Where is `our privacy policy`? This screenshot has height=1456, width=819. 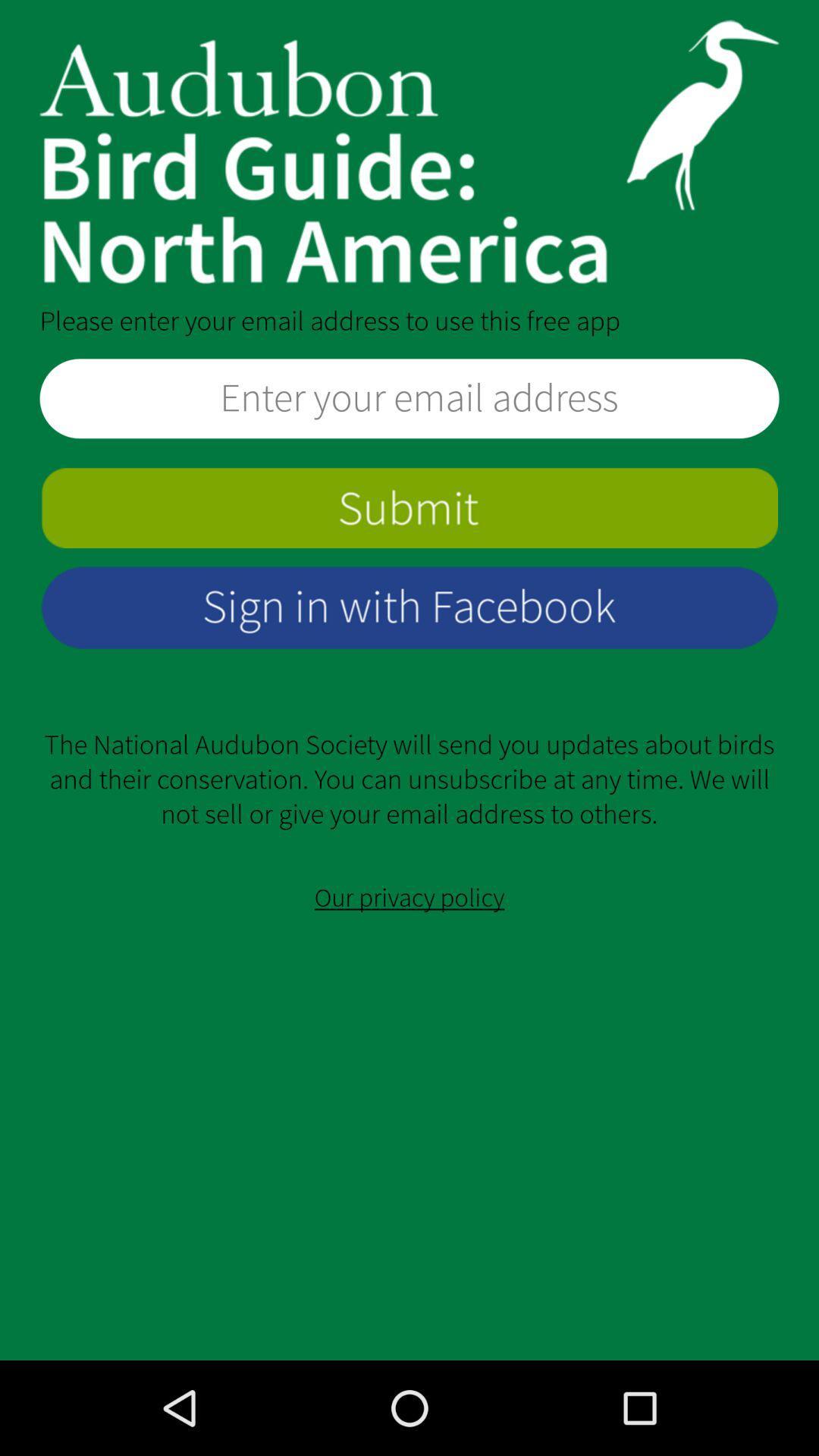
our privacy policy is located at coordinates (409, 898).